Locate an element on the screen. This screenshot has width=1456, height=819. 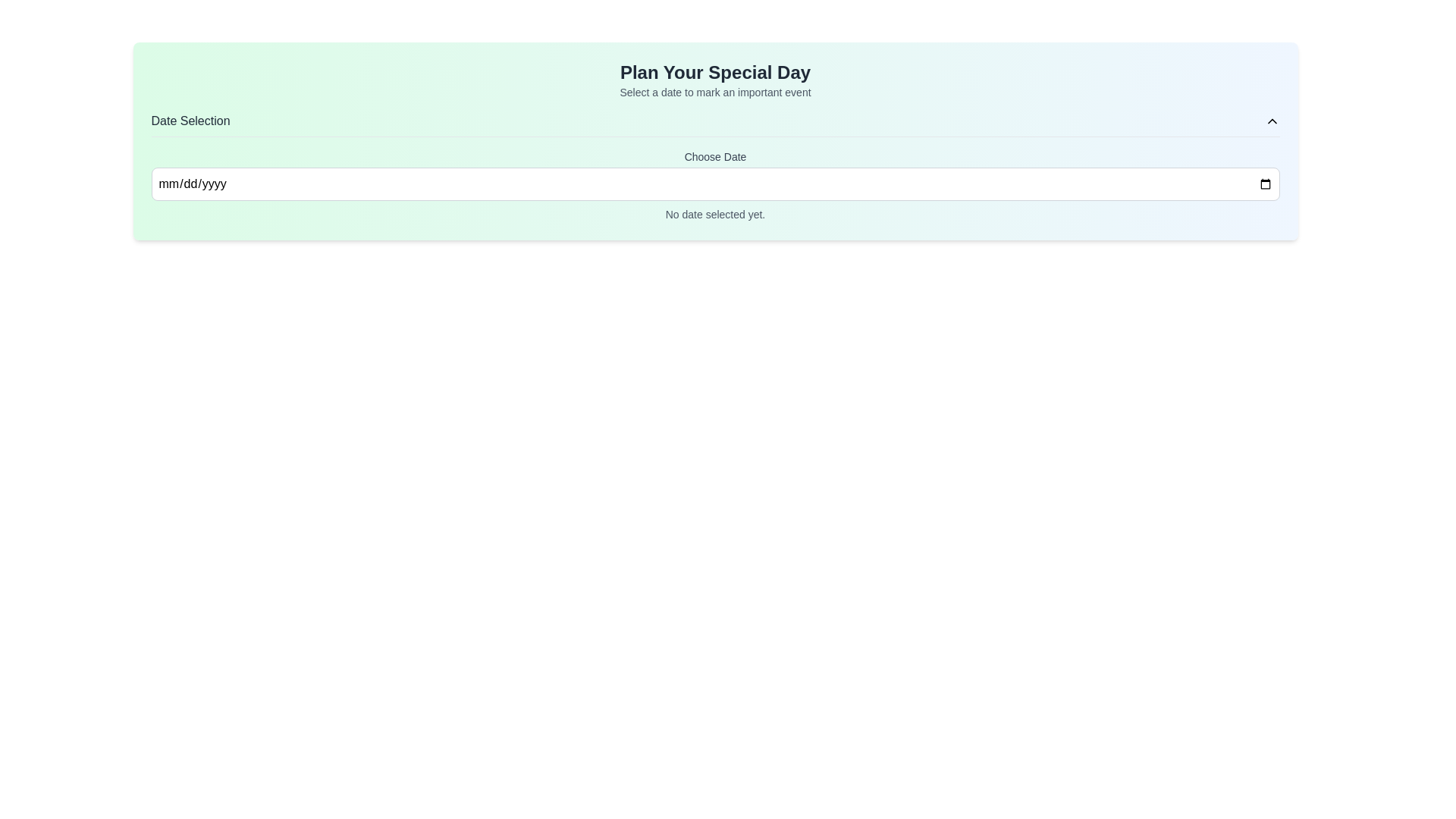
text header that serves as the title for the date selection section, located at the top of a text block above the description 'Select a date to mark an important event' is located at coordinates (714, 73).